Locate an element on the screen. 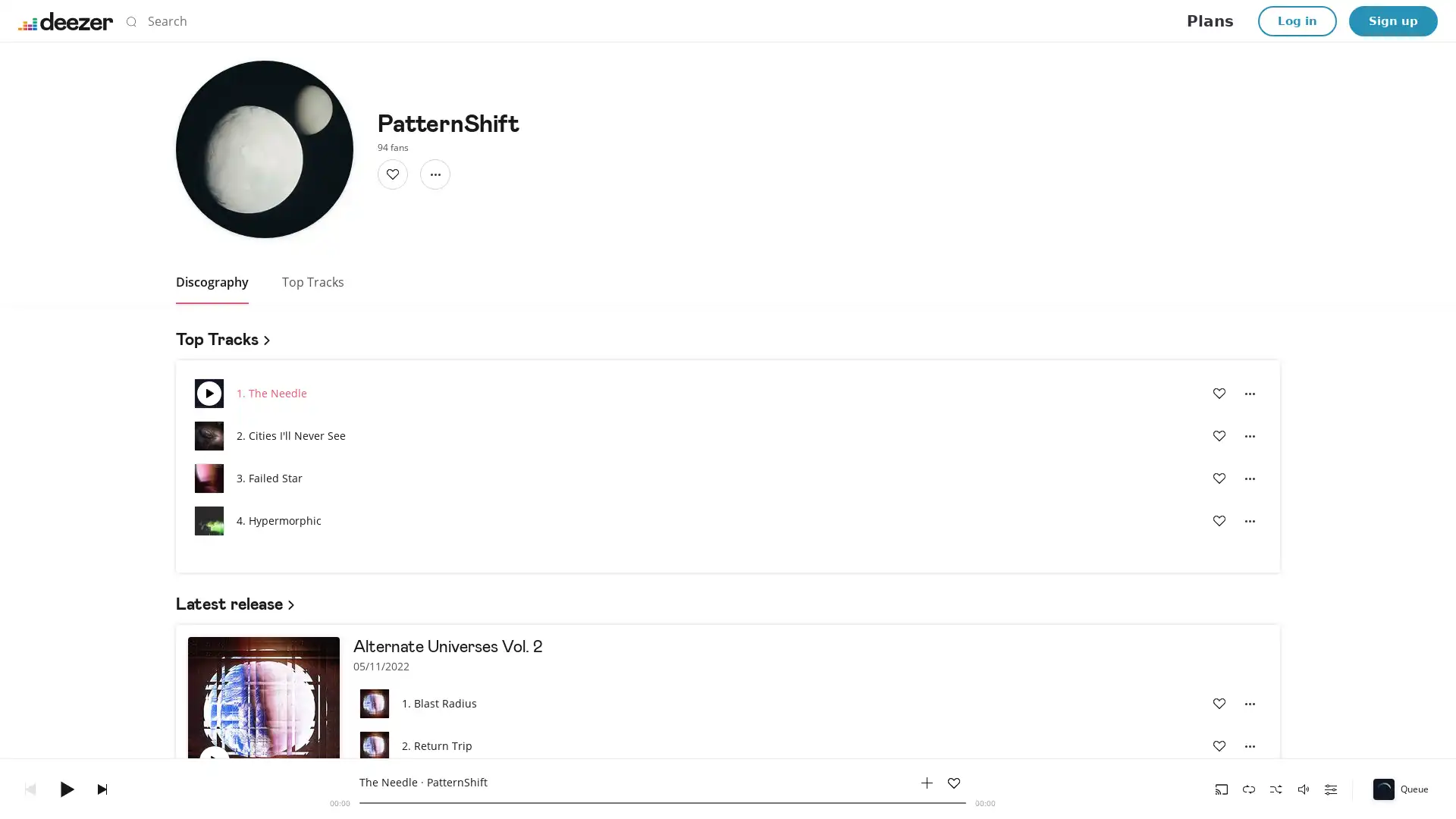 The image size is (1456, 819). Add to Favorite tracks is located at coordinates (1219, 745).